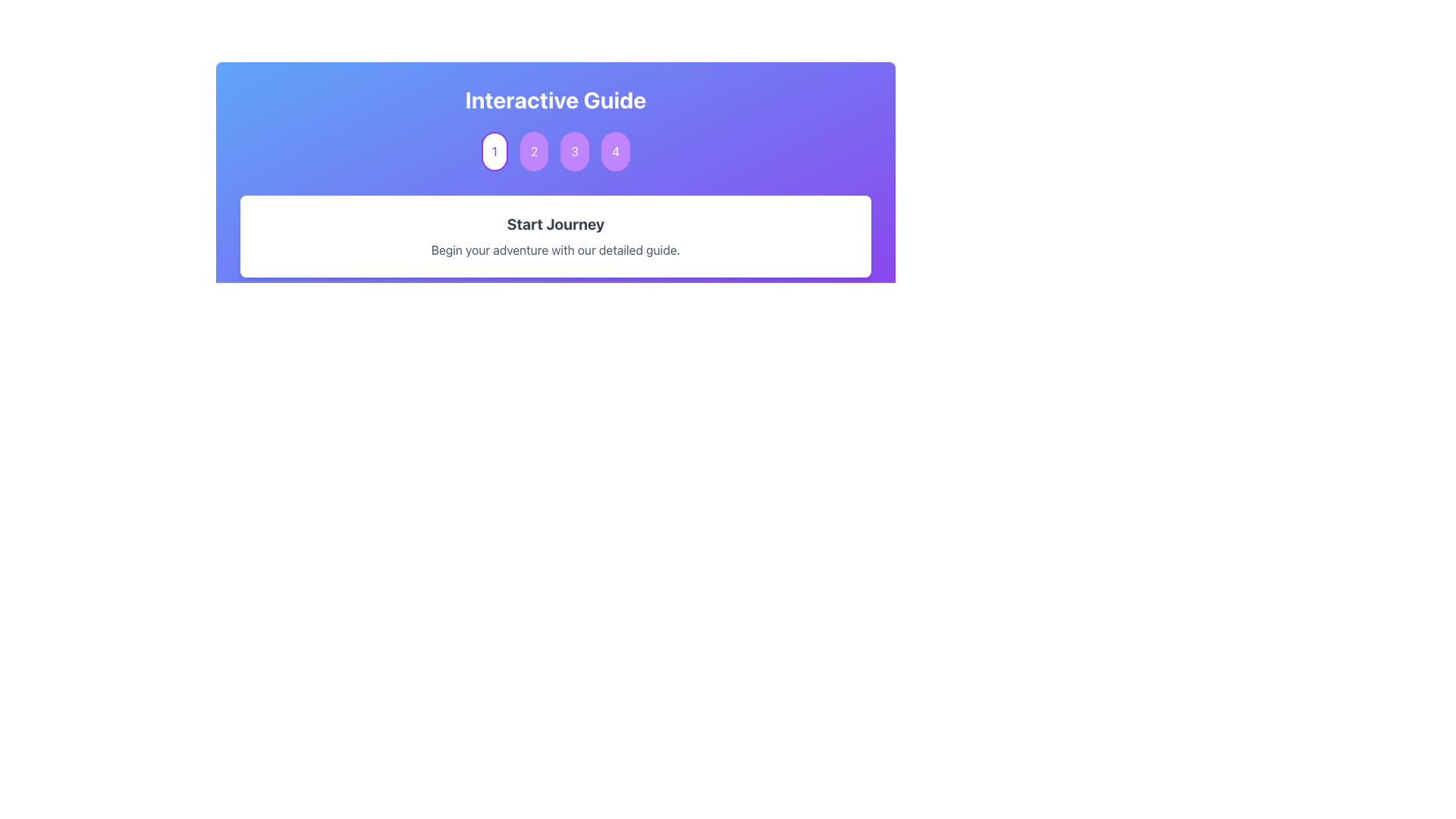 The height and width of the screenshot is (819, 1456). Describe the element at coordinates (574, 152) in the screenshot. I see `the third circular button labeled '3' in the navigation mechanism` at that location.